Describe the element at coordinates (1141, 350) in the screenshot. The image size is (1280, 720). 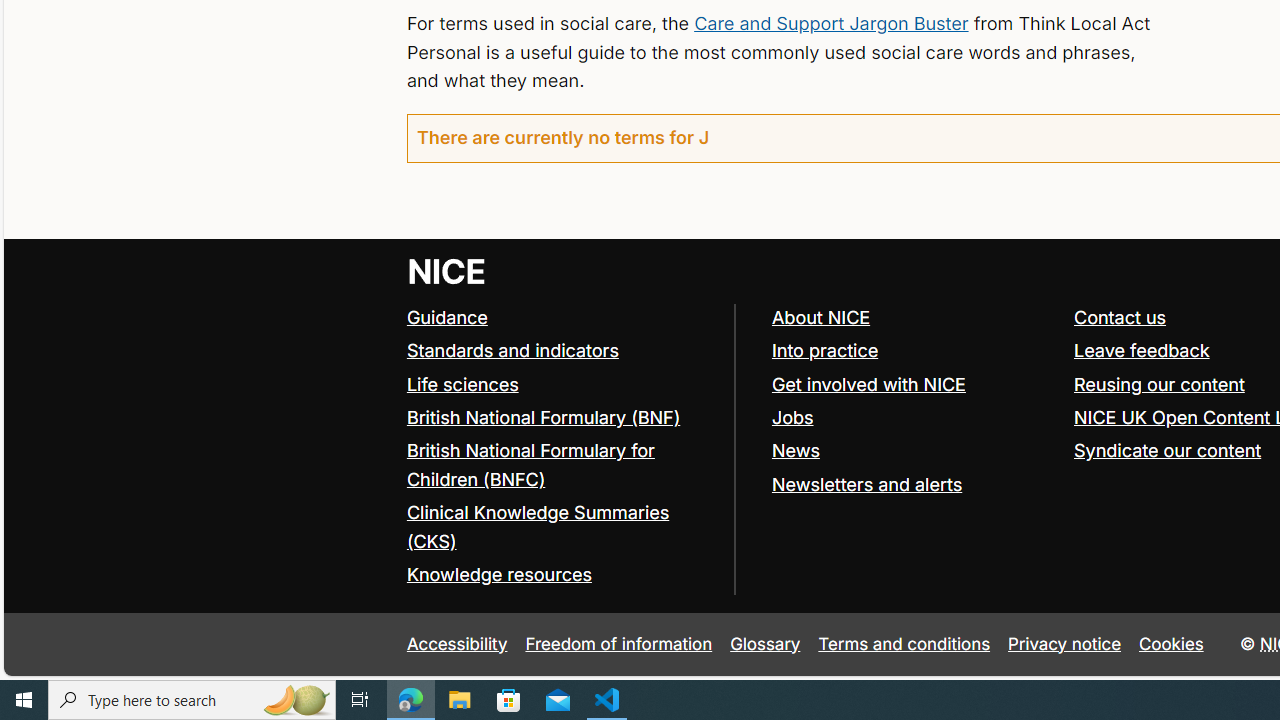
I see `'Leave feedback'` at that location.